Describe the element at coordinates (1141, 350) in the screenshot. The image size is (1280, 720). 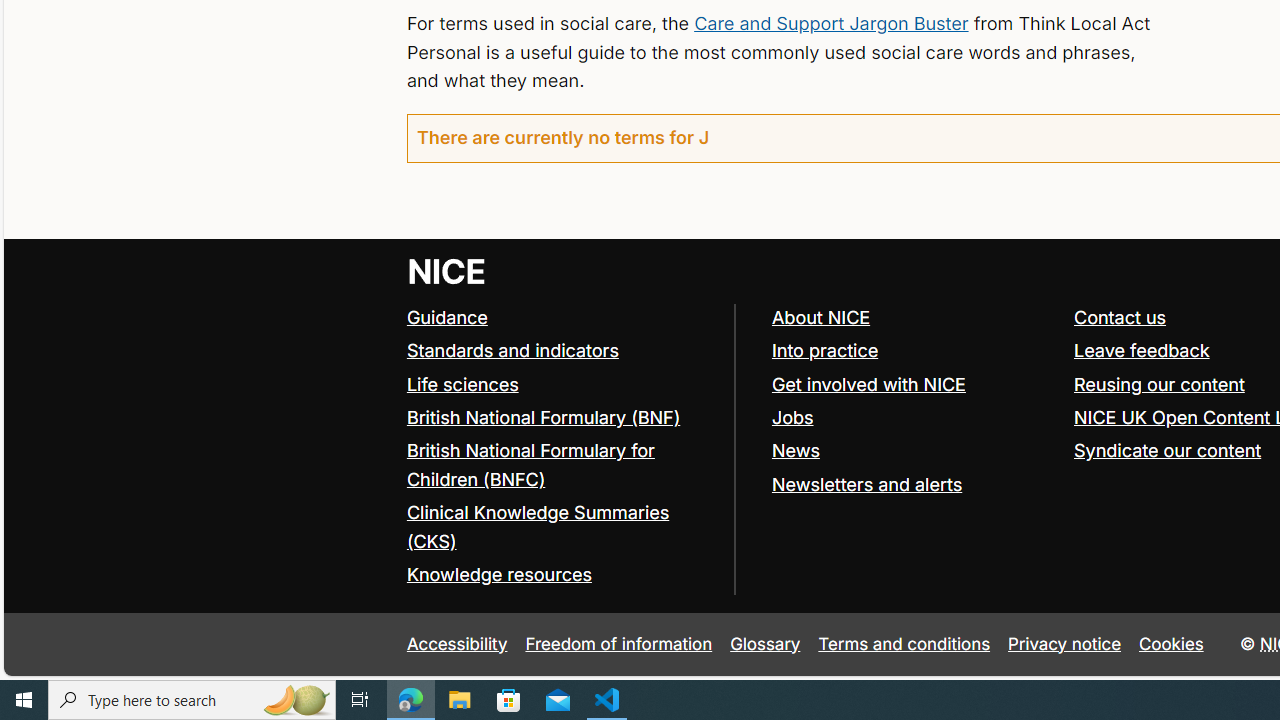
I see `'Leave feedback'` at that location.